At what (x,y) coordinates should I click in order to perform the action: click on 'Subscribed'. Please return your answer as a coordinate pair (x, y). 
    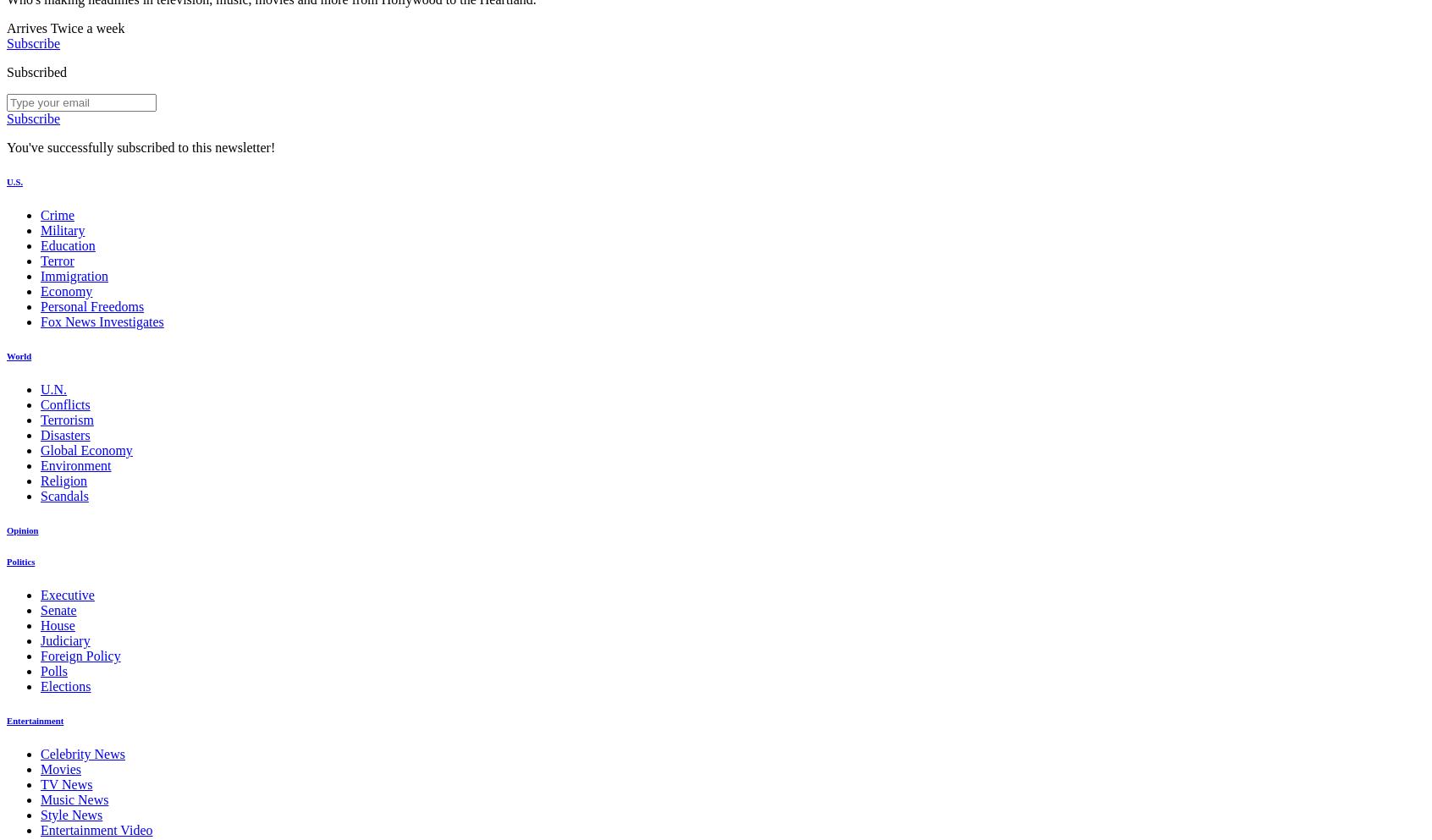
    Looking at the image, I should click on (36, 71).